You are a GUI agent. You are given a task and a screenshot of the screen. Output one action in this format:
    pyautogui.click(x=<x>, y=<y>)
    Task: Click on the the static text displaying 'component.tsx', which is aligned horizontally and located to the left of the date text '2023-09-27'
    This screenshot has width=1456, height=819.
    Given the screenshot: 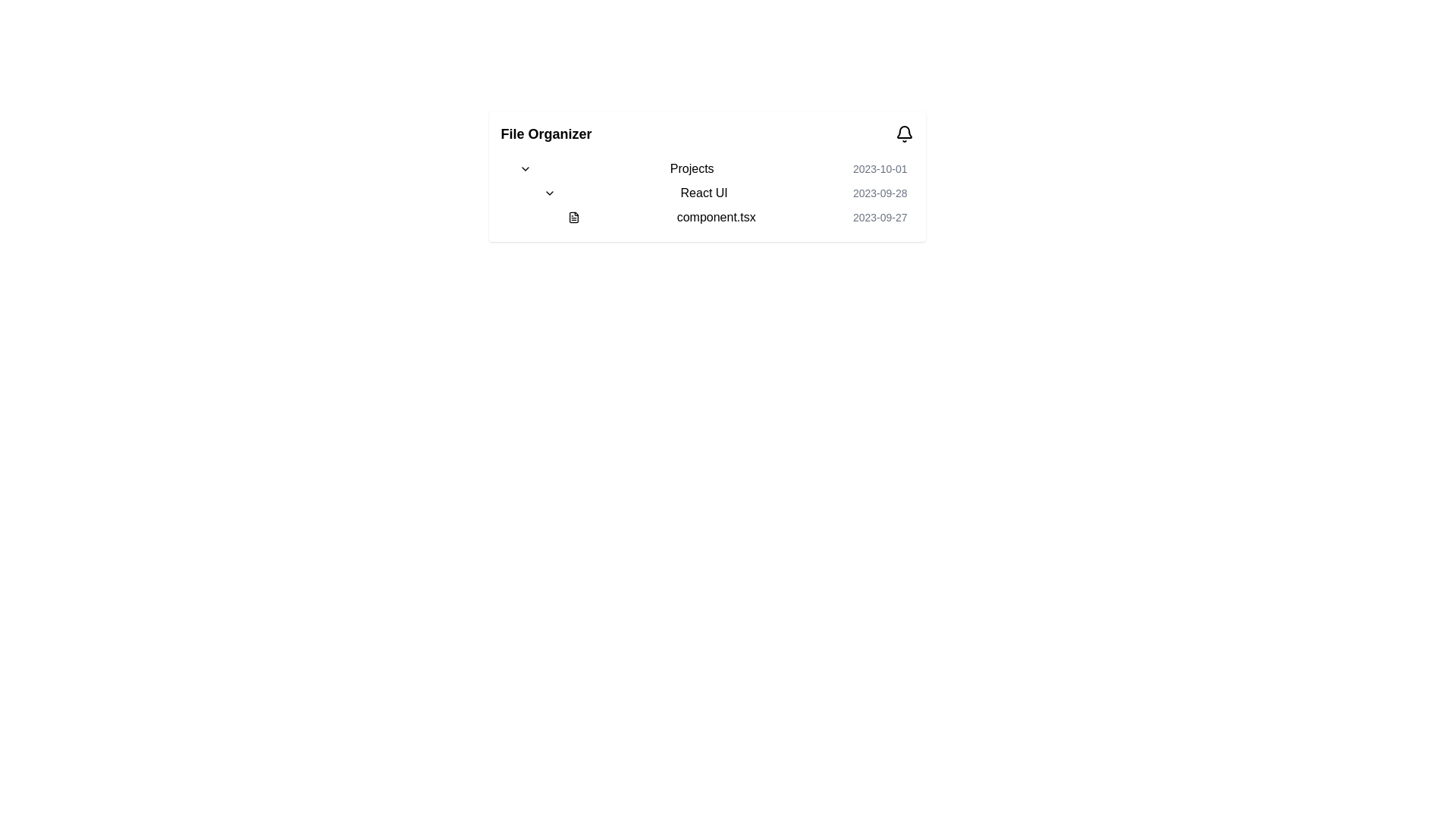 What is the action you would take?
    pyautogui.click(x=715, y=217)
    